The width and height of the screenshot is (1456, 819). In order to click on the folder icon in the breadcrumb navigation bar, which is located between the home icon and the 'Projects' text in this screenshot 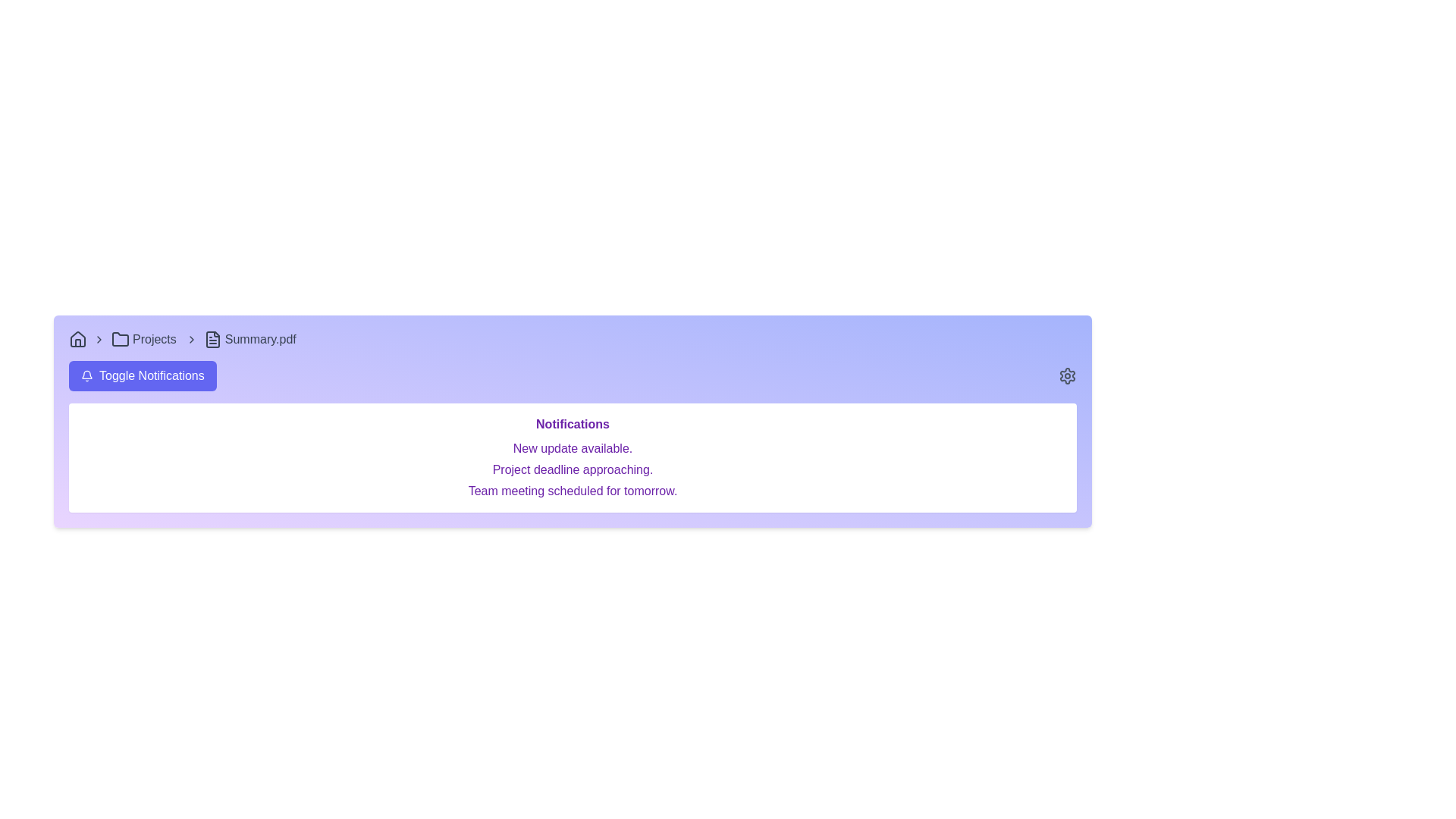, I will do `click(119, 338)`.